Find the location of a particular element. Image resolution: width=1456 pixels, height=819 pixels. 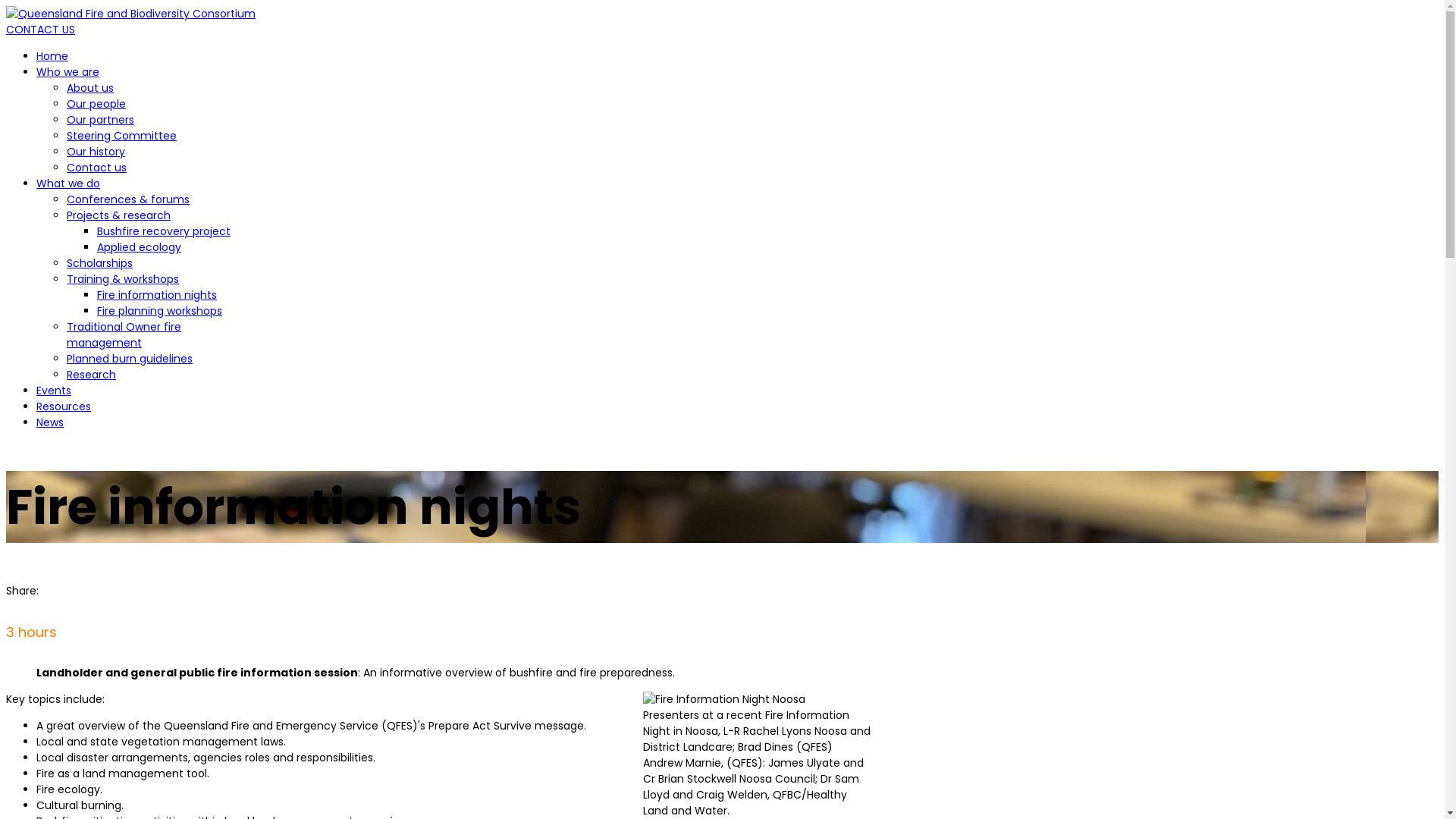

'Bushfire recovery project' is located at coordinates (164, 231).